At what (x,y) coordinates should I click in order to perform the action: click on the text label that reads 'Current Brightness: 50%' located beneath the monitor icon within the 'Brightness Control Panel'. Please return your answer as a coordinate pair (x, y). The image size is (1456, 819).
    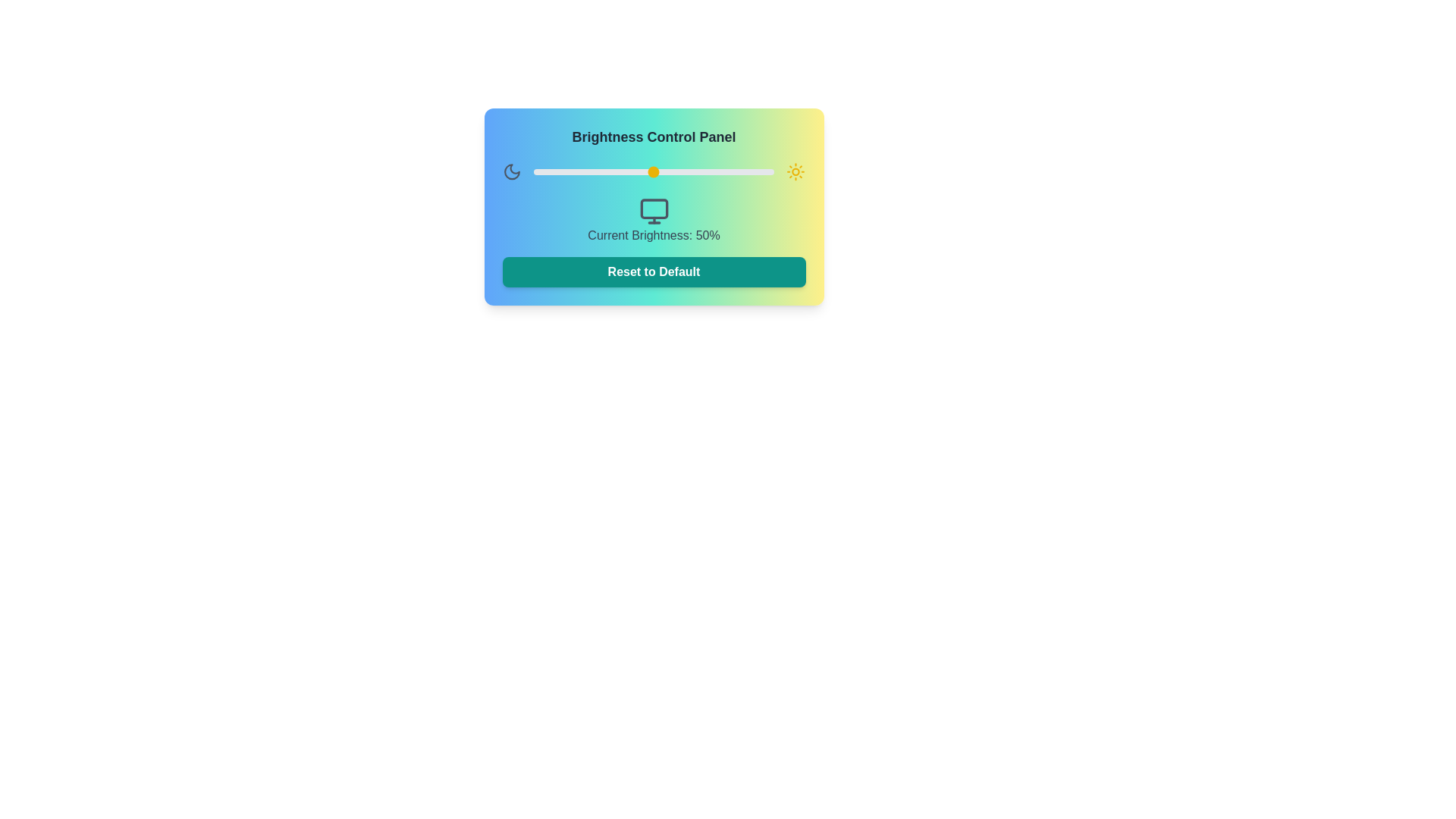
    Looking at the image, I should click on (654, 236).